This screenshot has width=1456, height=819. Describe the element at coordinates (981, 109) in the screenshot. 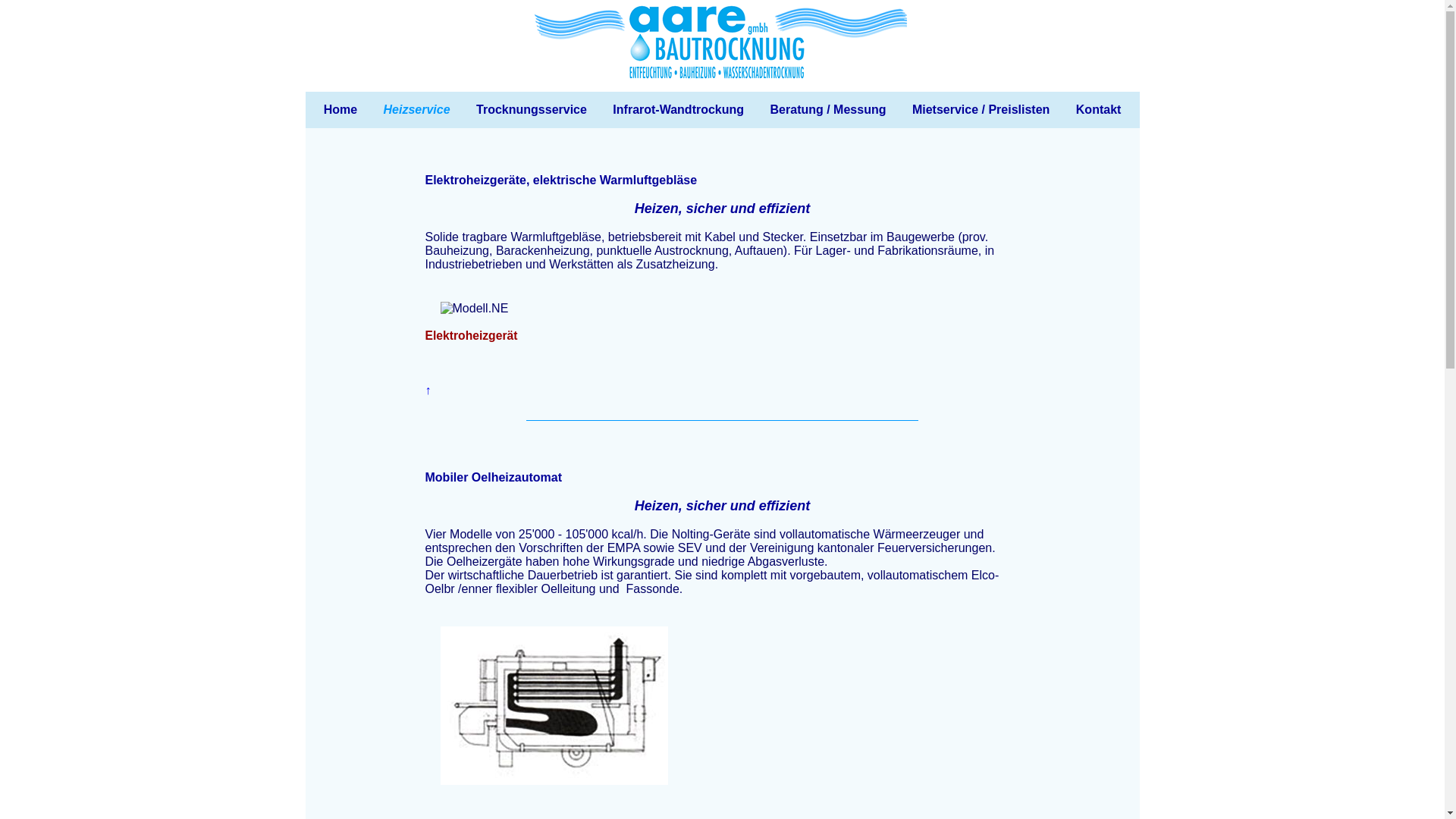

I see `'Mietservice / Preislisten'` at that location.